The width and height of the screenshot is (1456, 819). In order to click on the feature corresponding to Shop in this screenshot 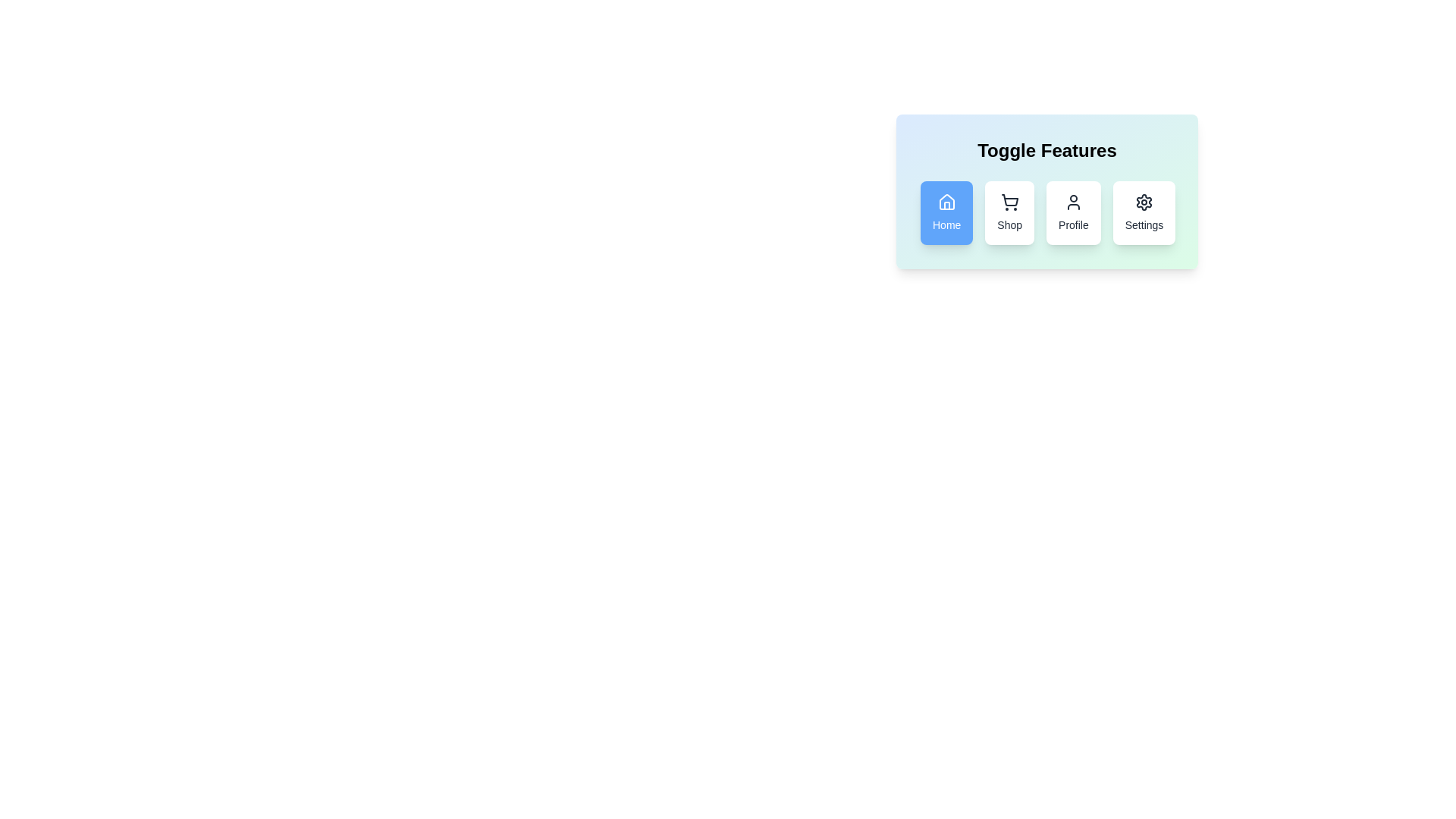, I will do `click(1009, 213)`.